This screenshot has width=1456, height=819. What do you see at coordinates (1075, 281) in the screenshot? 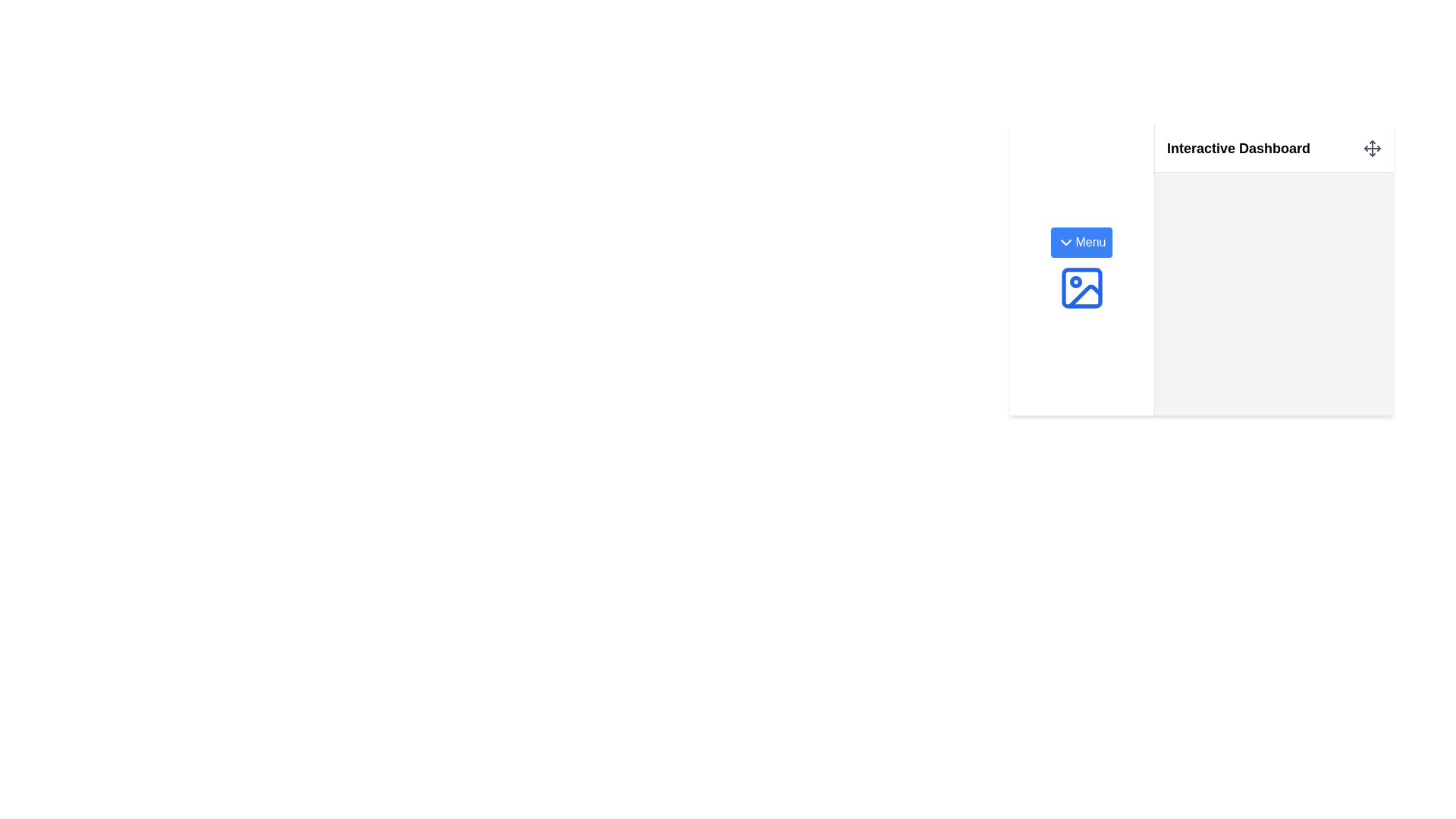
I see `the graphical decoration element situated inside the image icon below the 'Menu' button in the left section of the interface` at bounding box center [1075, 281].